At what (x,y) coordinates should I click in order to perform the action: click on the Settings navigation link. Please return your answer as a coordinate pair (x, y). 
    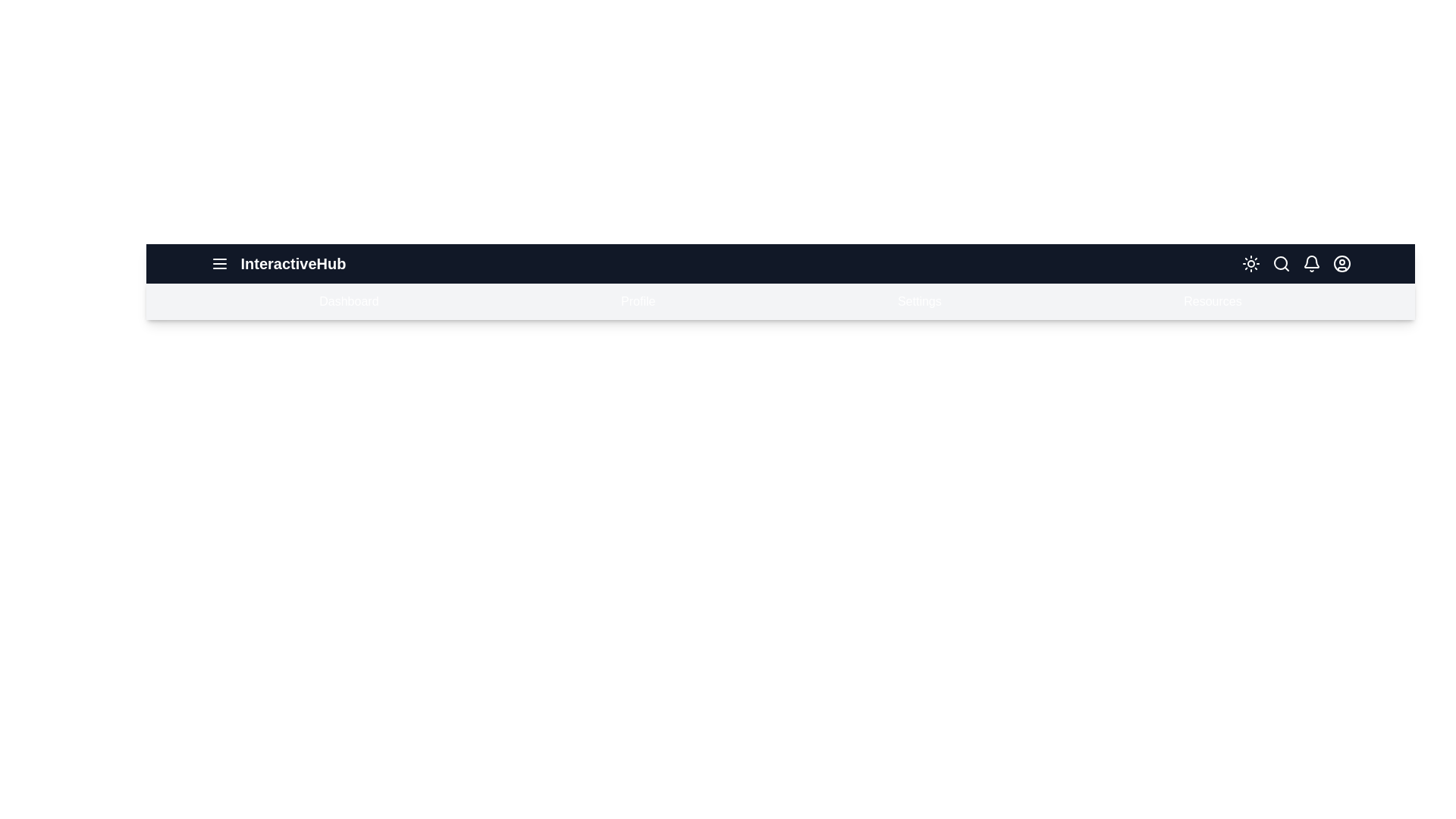
    Looking at the image, I should click on (918, 301).